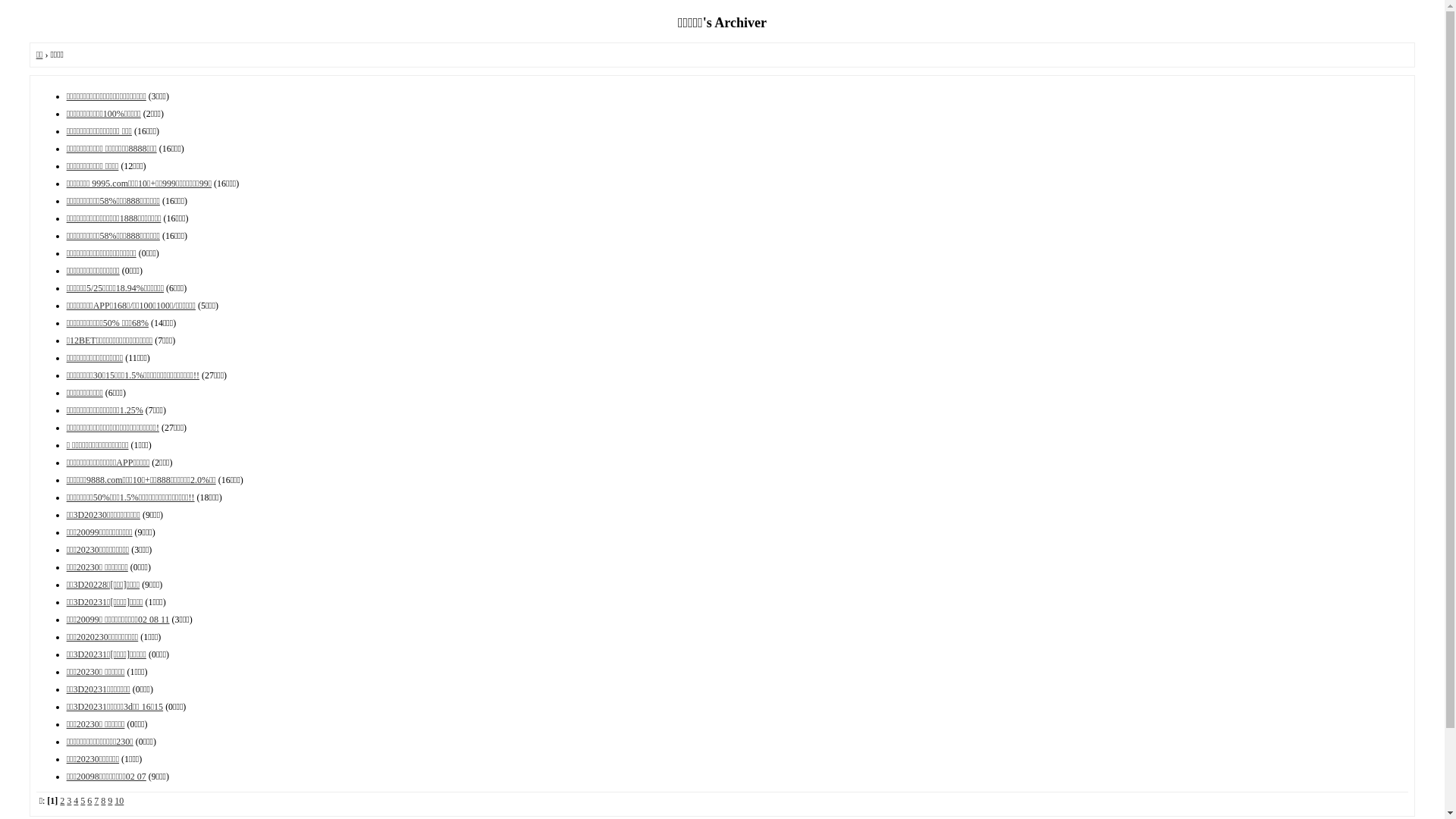 The width and height of the screenshot is (1456, 819). What do you see at coordinates (59, 800) in the screenshot?
I see `'2'` at bounding box center [59, 800].